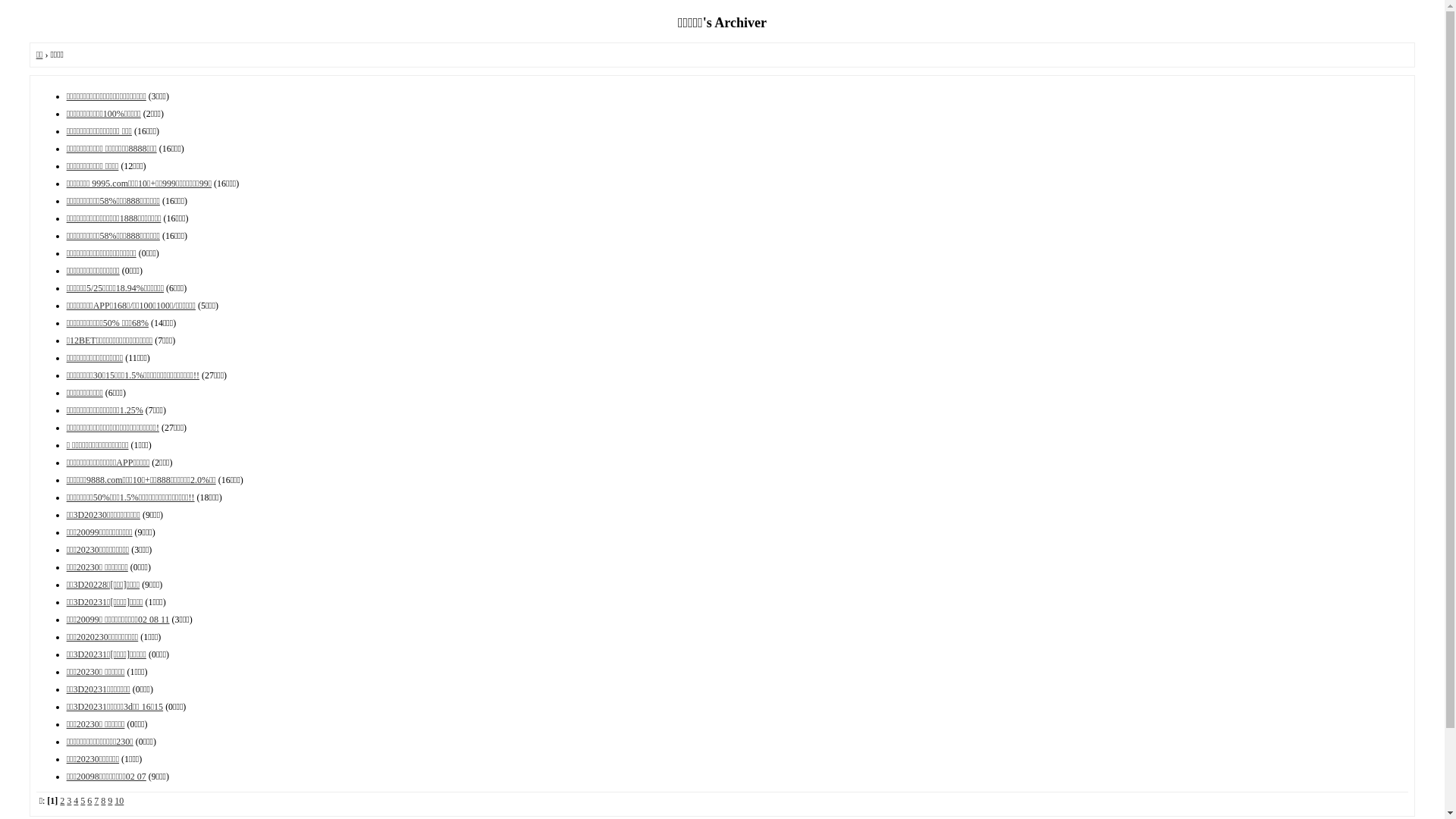 The width and height of the screenshot is (1456, 819). What do you see at coordinates (59, 800) in the screenshot?
I see `'2'` at bounding box center [59, 800].